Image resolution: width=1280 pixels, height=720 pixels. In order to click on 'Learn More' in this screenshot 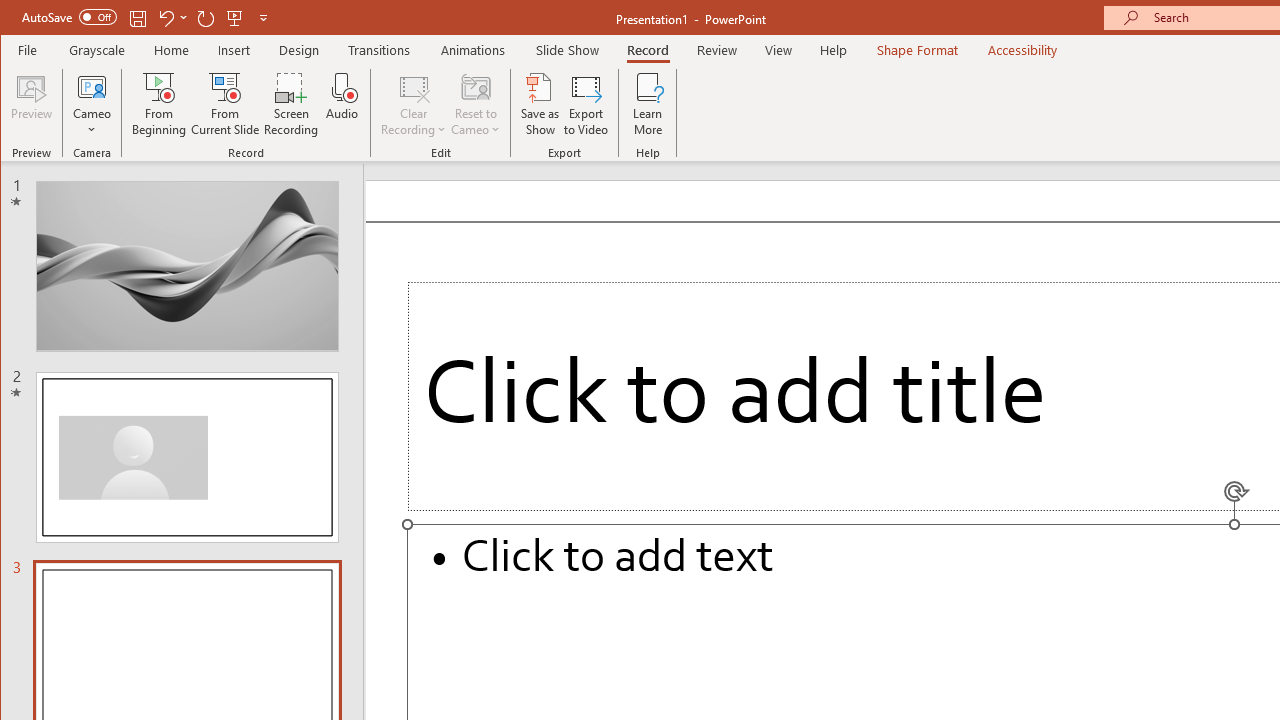, I will do `click(648, 104)`.